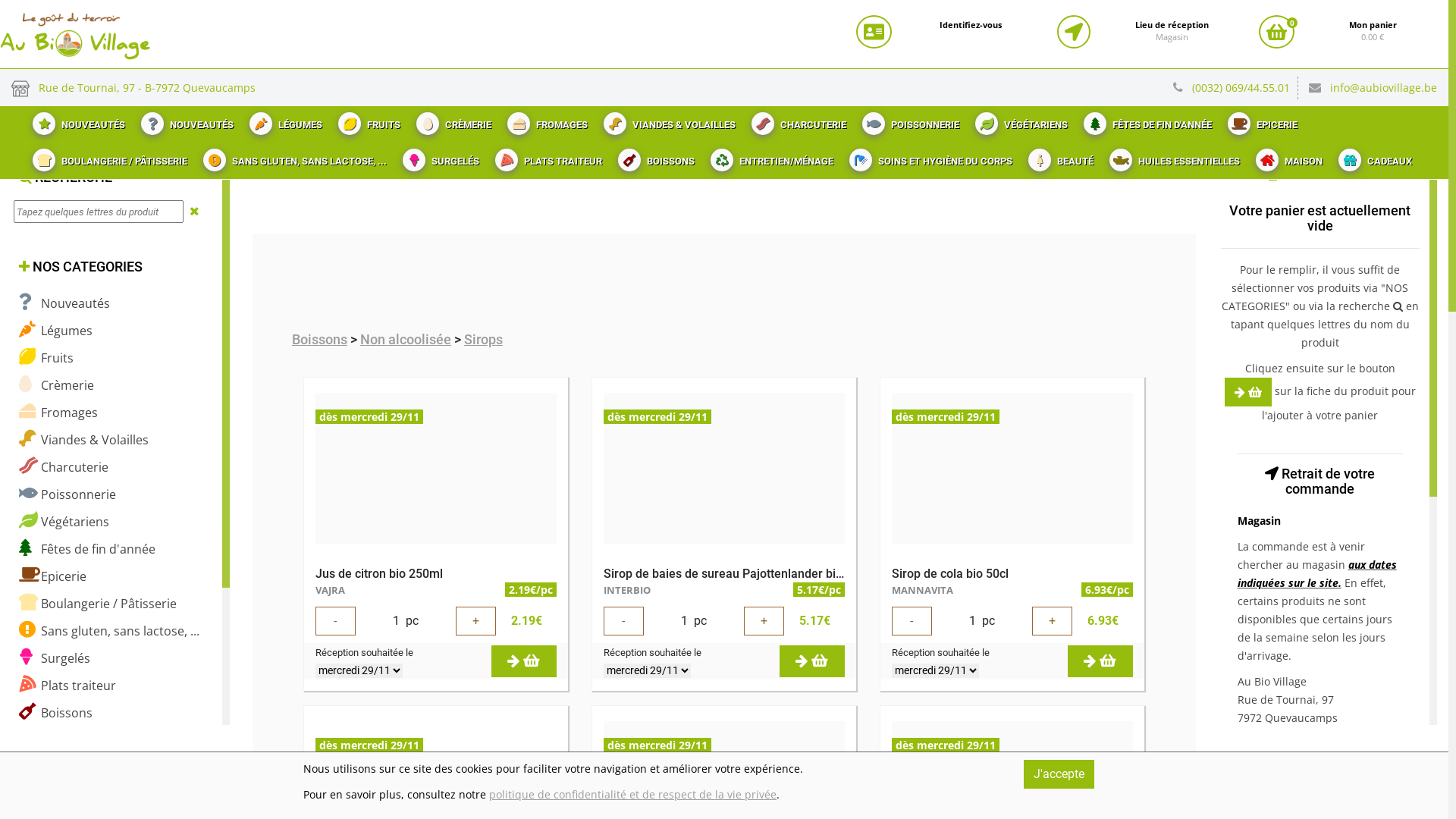 This screenshot has height=819, width=1456. I want to click on 'FROMAGES', so click(545, 119).